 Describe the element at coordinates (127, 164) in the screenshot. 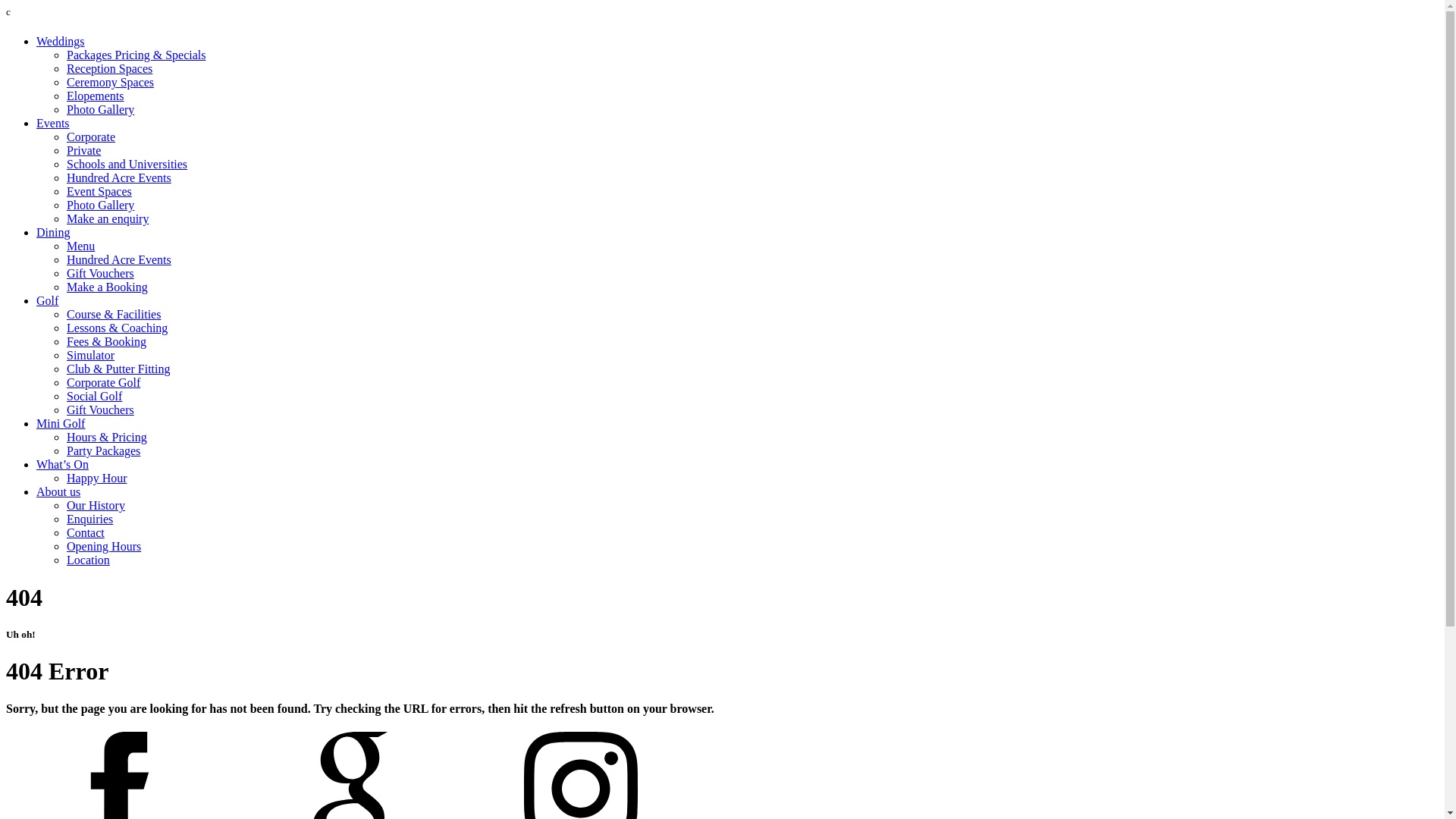

I see `'Schools and Universities'` at that location.